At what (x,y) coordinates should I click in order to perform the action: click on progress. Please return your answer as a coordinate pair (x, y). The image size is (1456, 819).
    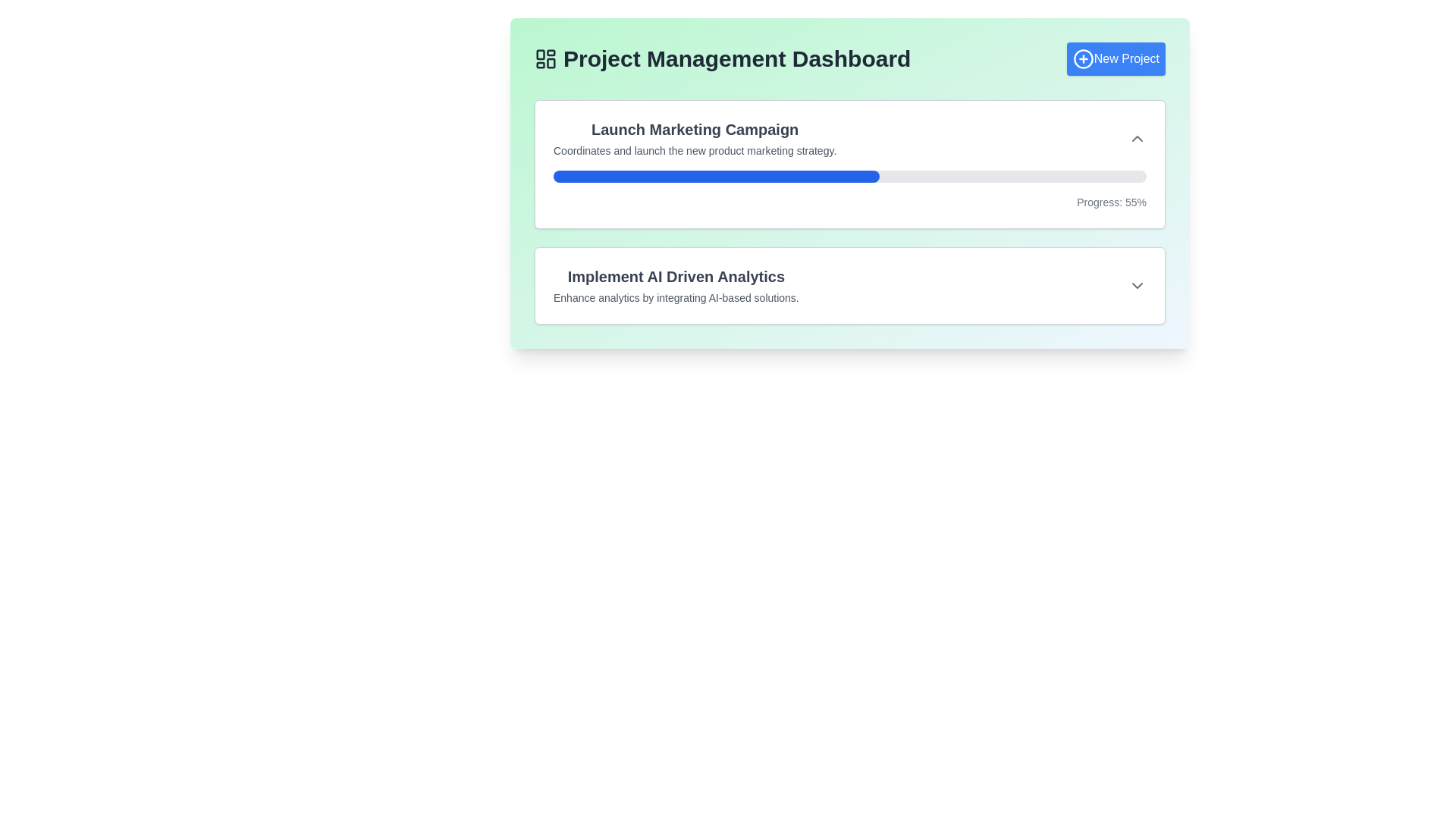
    Looking at the image, I should click on (1050, 175).